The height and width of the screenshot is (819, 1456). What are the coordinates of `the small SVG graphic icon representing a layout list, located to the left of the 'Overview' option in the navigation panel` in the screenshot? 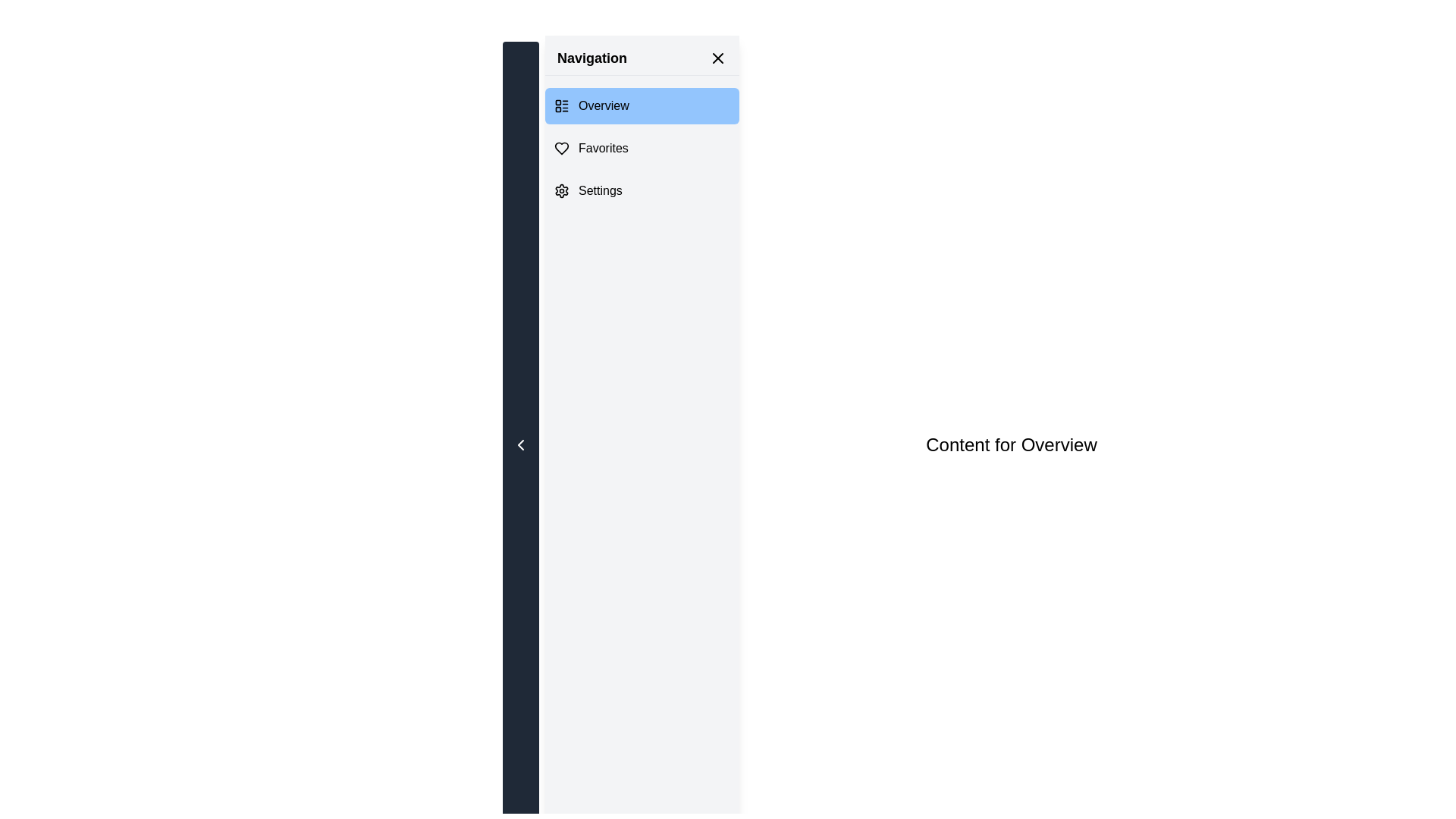 It's located at (560, 105).